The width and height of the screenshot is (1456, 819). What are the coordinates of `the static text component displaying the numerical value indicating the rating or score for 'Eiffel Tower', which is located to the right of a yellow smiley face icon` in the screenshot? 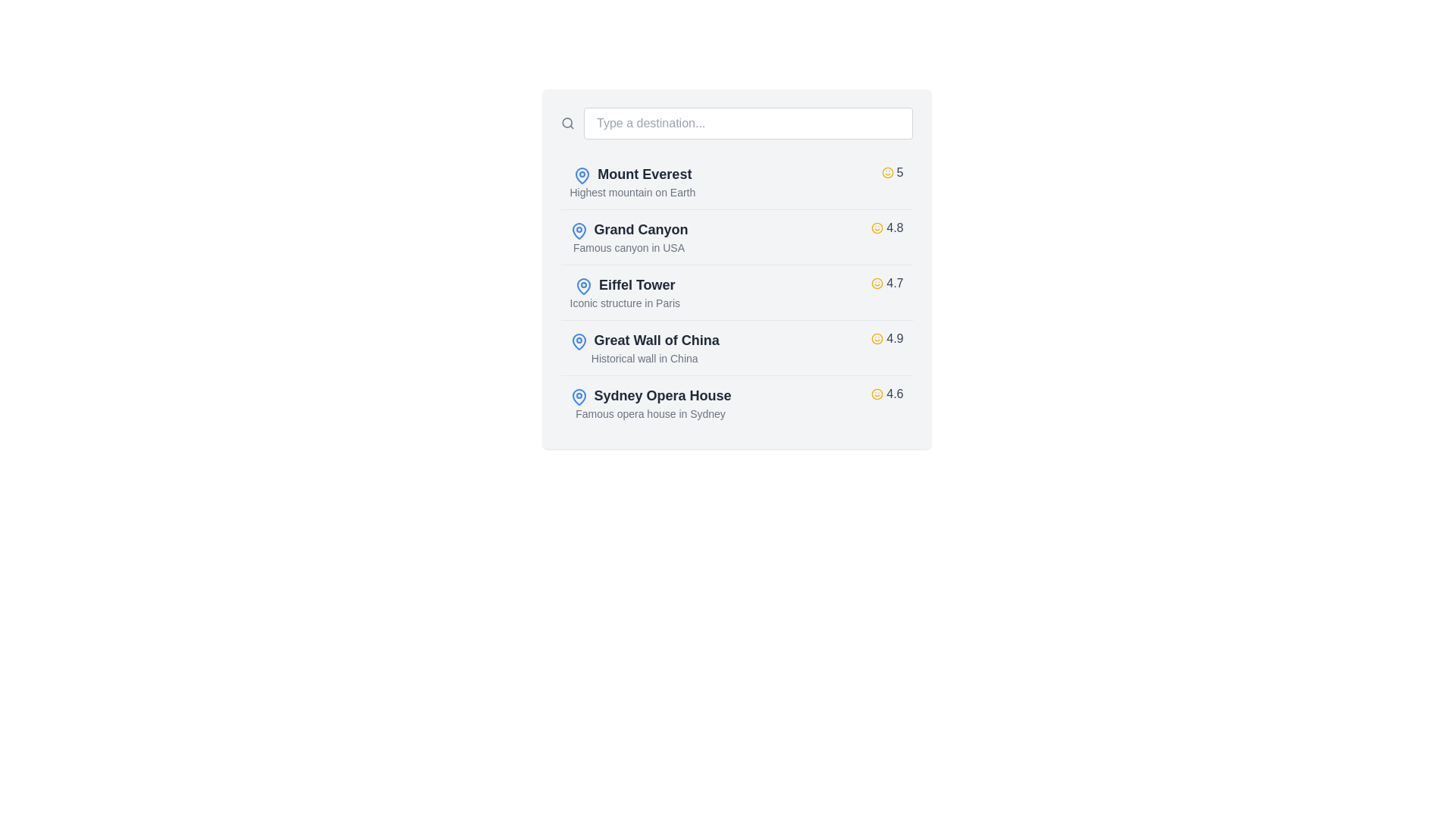 It's located at (895, 284).